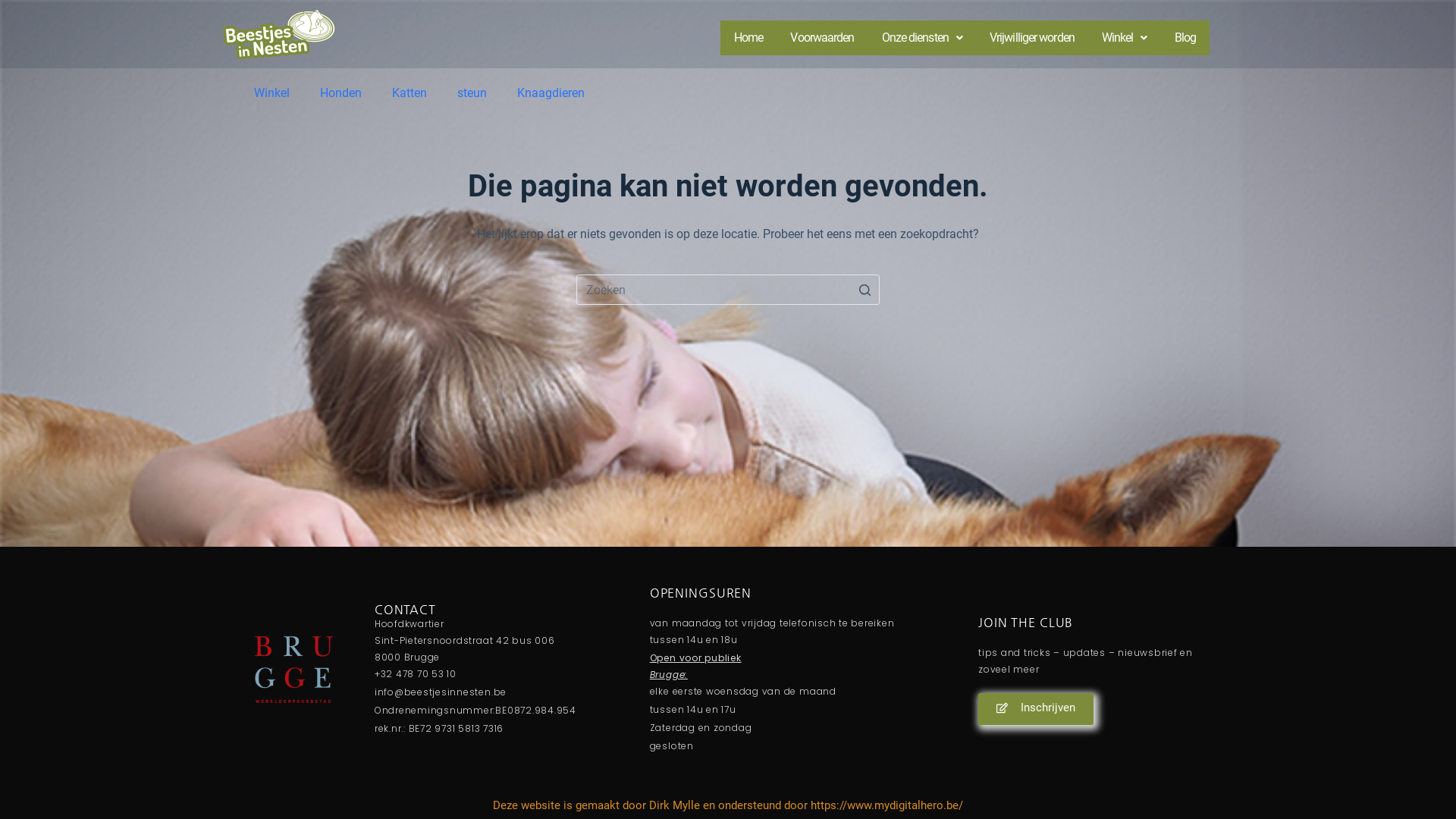 The height and width of the screenshot is (819, 1456). I want to click on 'Doorgaan naar artikel', so click(14, 8).